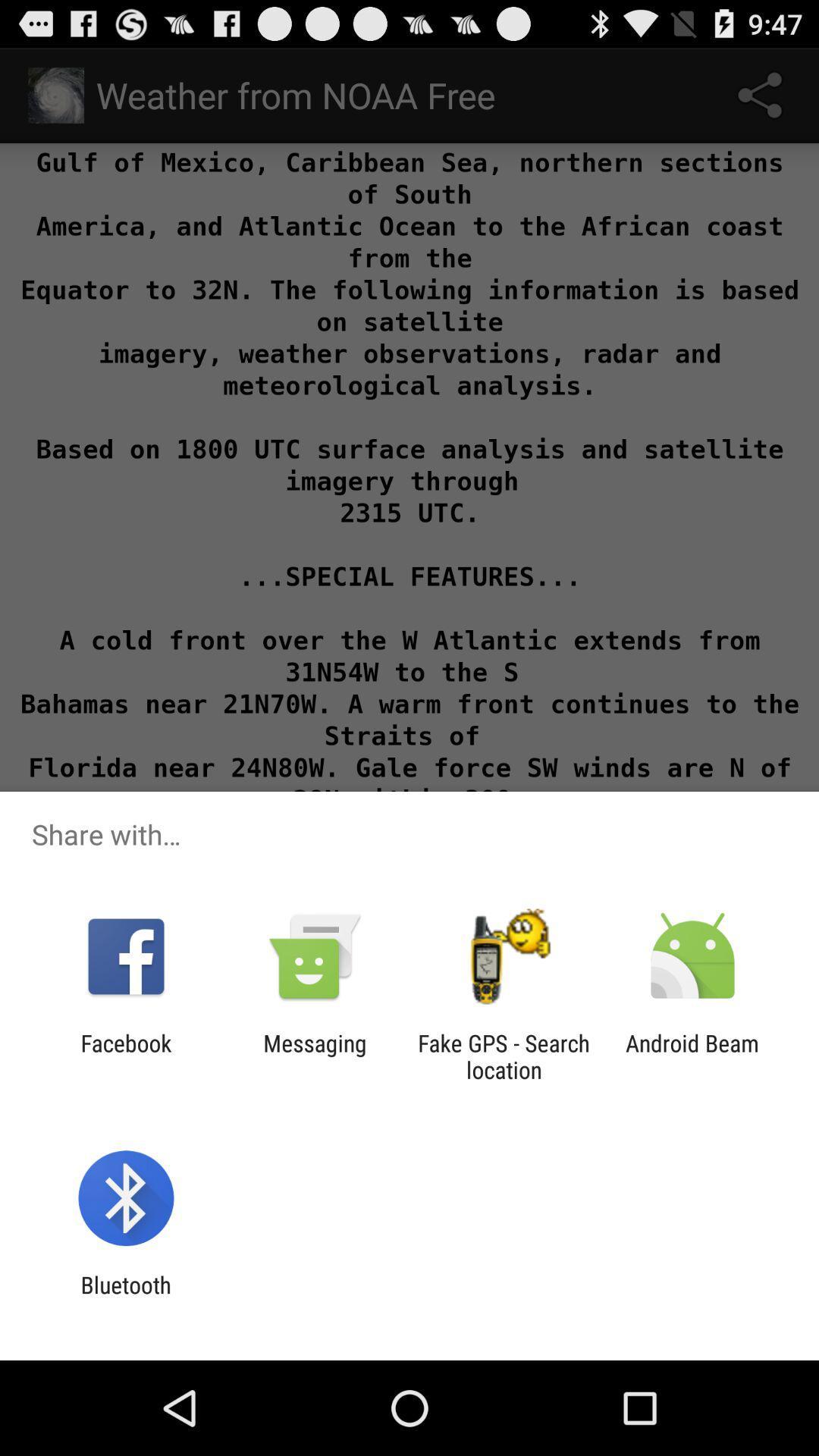 The image size is (819, 1456). I want to click on facebook item, so click(125, 1056).